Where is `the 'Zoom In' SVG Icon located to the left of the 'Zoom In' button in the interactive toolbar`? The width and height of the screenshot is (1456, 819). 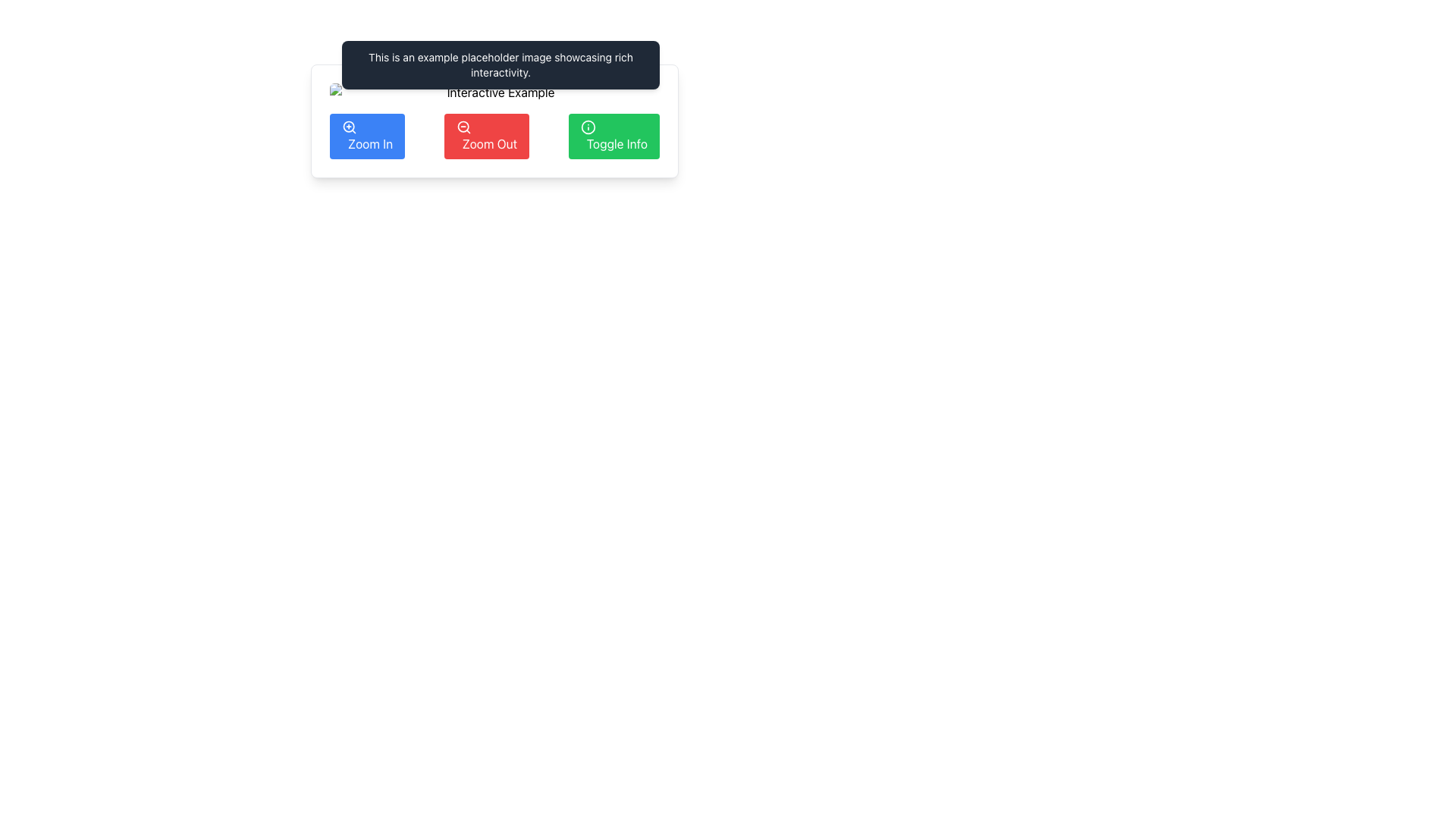 the 'Zoom In' SVG Icon located to the left of the 'Zoom In' button in the interactive toolbar is located at coordinates (348, 127).